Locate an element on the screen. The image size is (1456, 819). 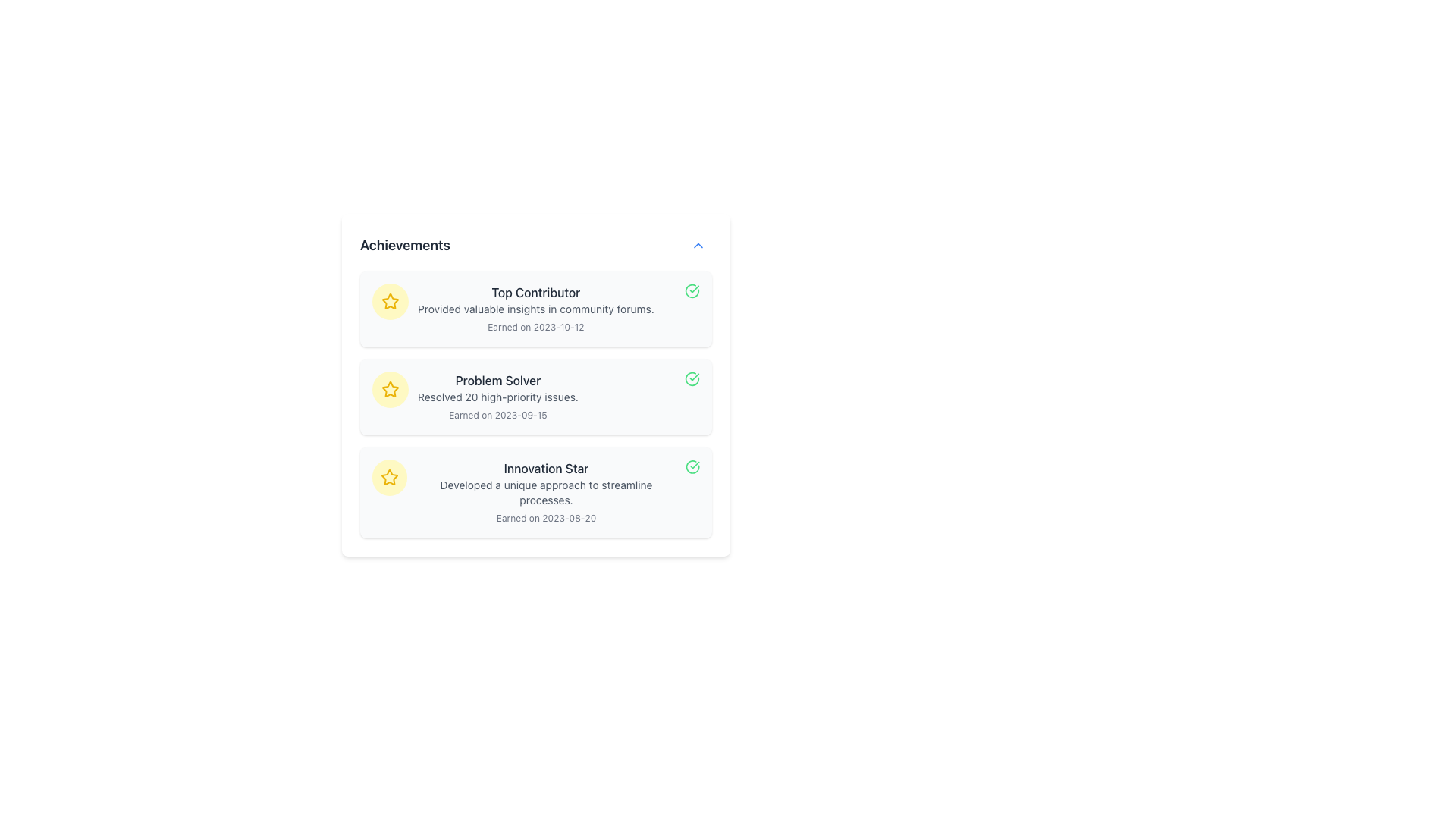
green checkmark icon component located on the right side of the 'Top Contributor' text in the achievements section for accessibility or styling purposes is located at coordinates (691, 378).